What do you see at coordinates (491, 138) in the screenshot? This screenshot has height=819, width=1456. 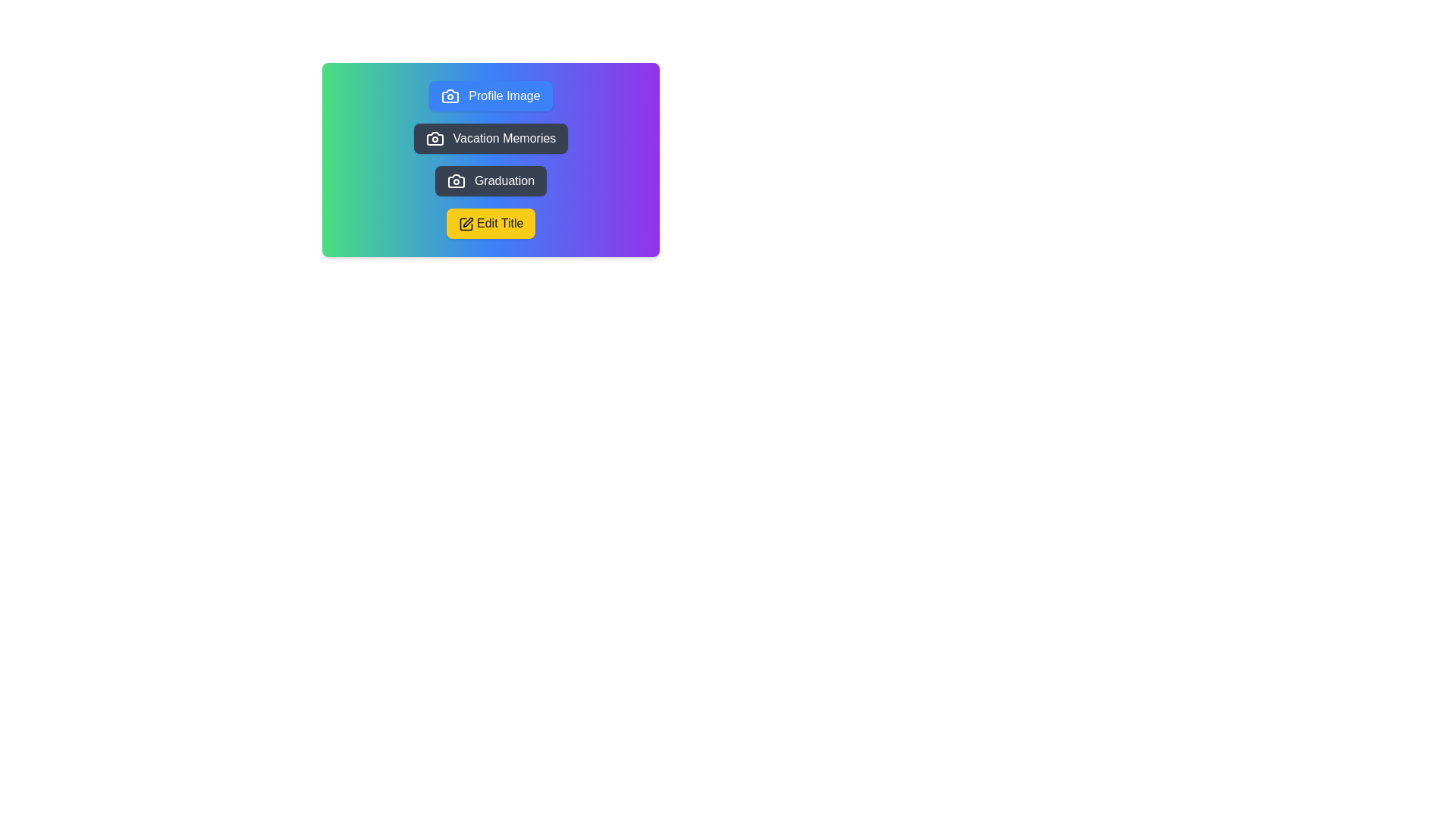 I see `the second button in the vertical ordered set that triggers the 'Vacation Memories' feature` at bounding box center [491, 138].